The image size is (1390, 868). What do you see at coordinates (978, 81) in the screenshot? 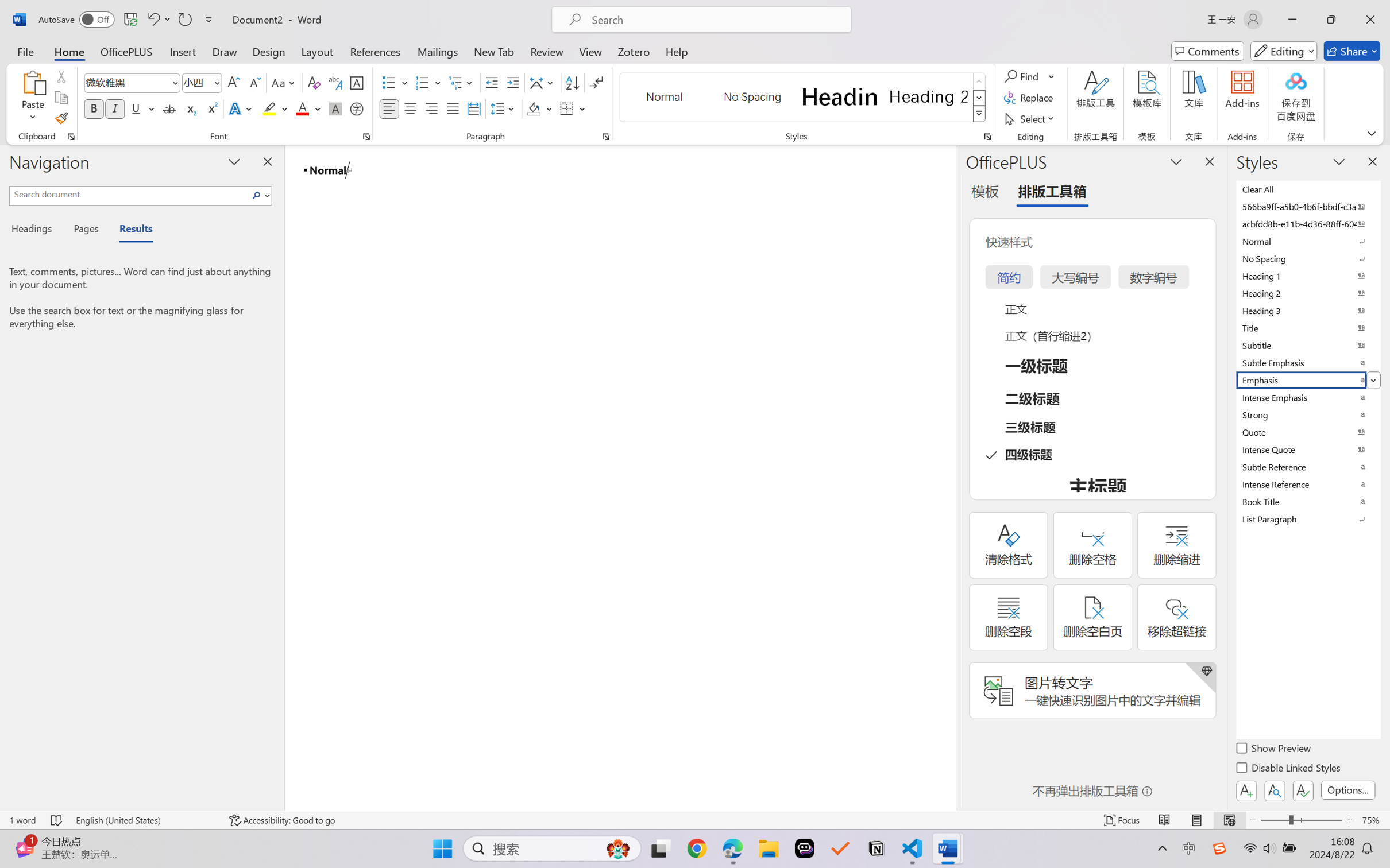
I see `'Row up'` at bounding box center [978, 81].